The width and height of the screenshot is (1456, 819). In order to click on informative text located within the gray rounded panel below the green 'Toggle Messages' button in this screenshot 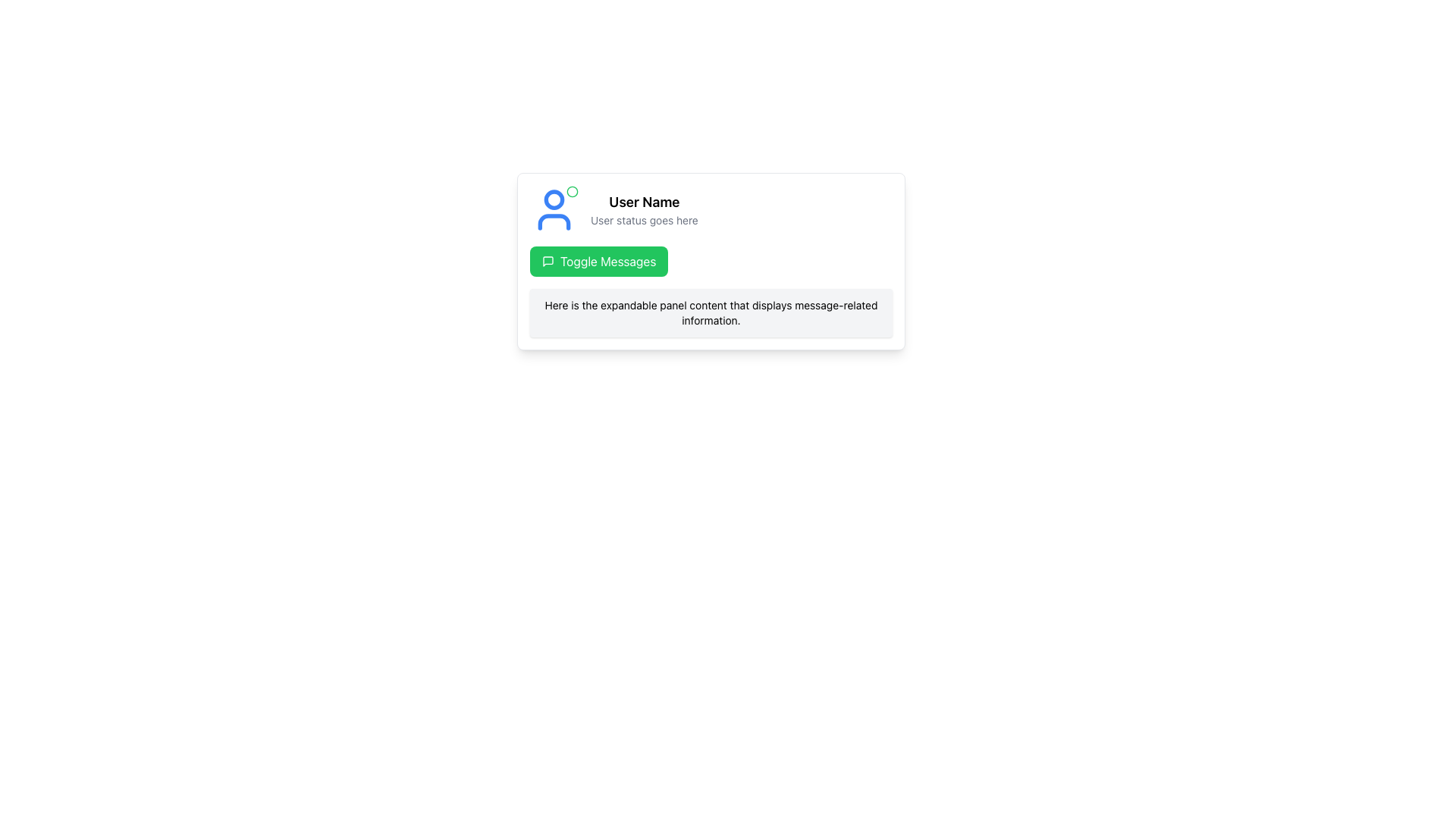, I will do `click(710, 312)`.